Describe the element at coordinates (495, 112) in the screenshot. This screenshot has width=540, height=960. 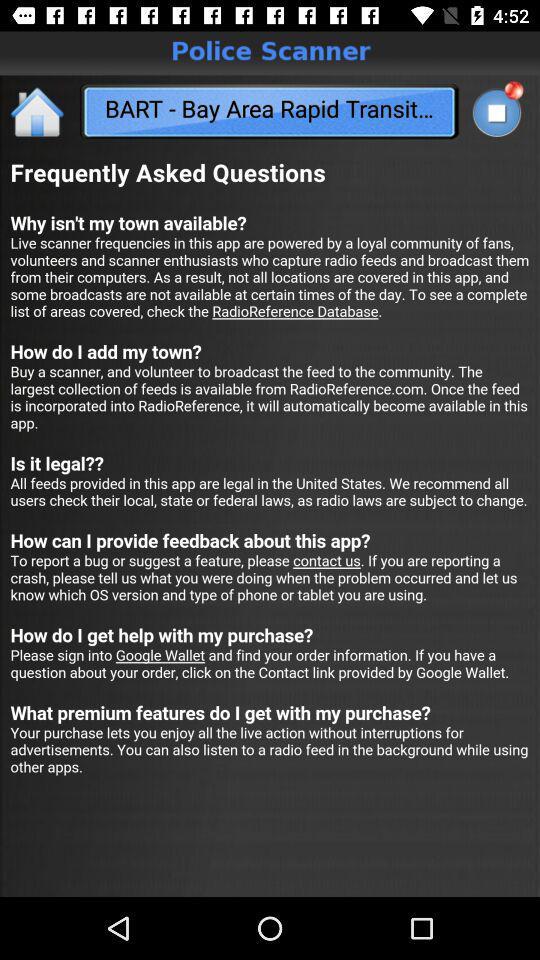
I see `tap to search` at that location.